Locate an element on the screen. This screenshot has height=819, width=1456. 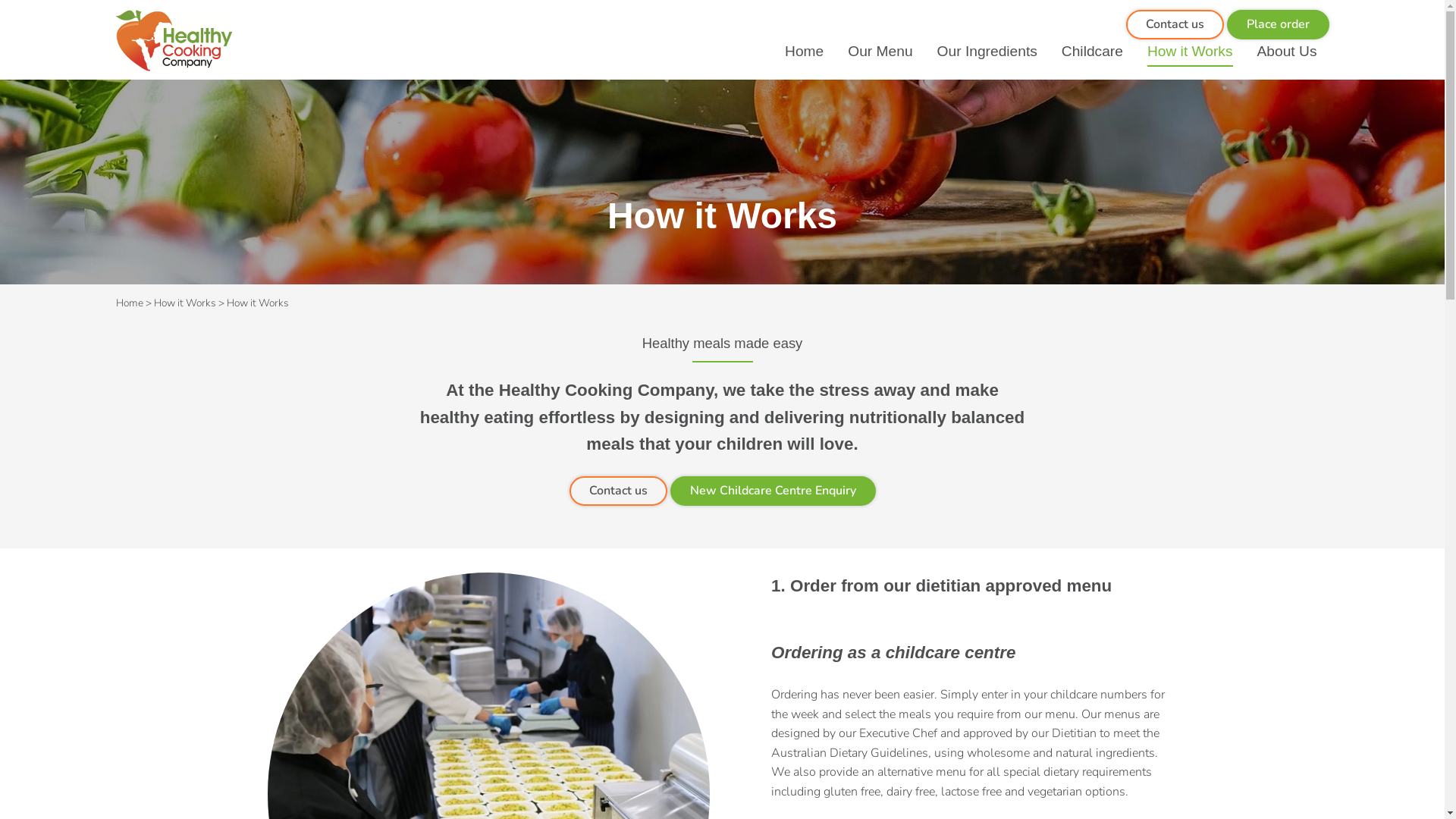
'Childcare' is located at coordinates (1092, 51).